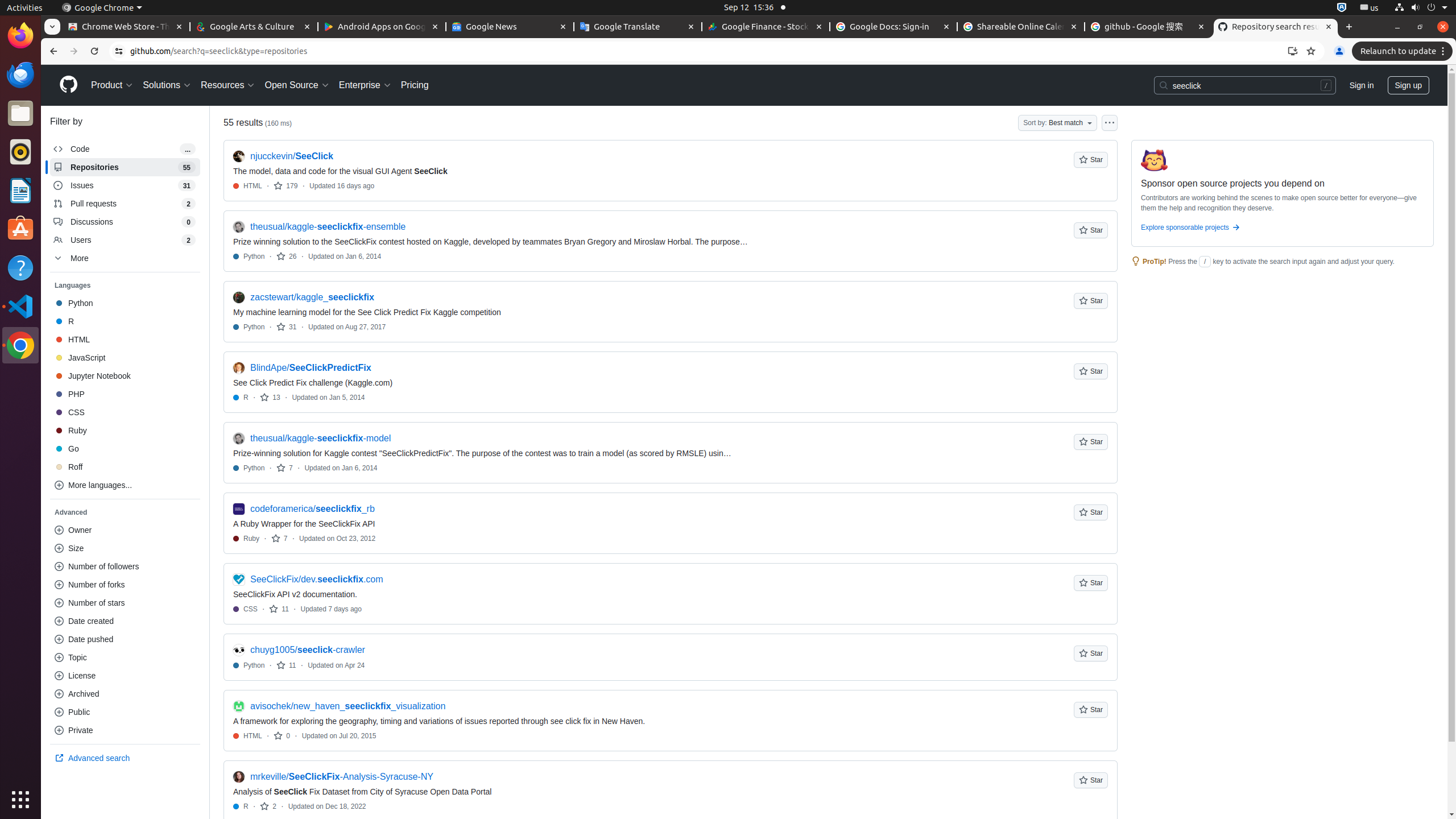 This screenshot has width=1456, height=819. What do you see at coordinates (125, 258) in the screenshot?
I see `'More'` at bounding box center [125, 258].